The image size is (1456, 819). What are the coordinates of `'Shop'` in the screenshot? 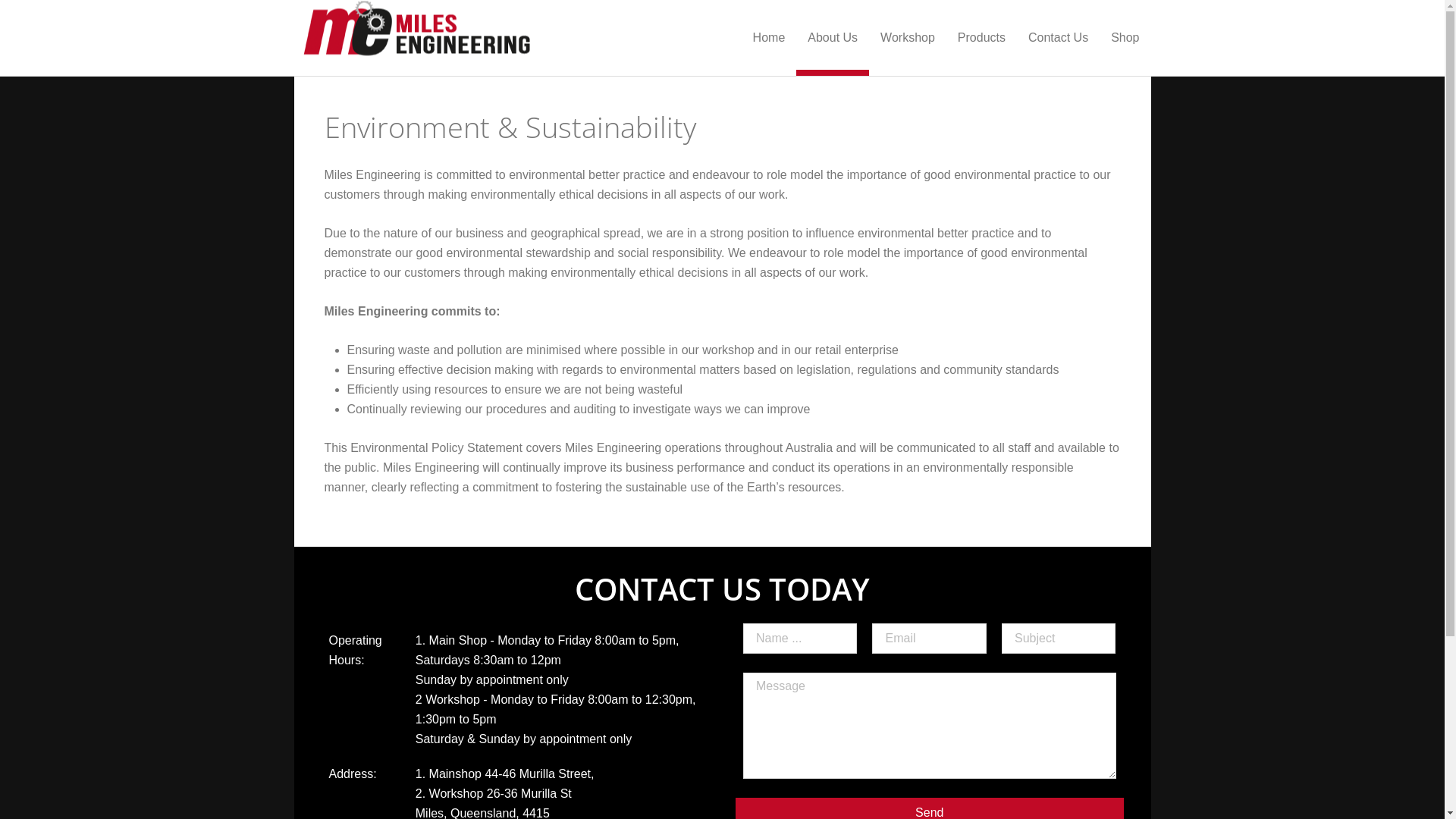 It's located at (1099, 37).